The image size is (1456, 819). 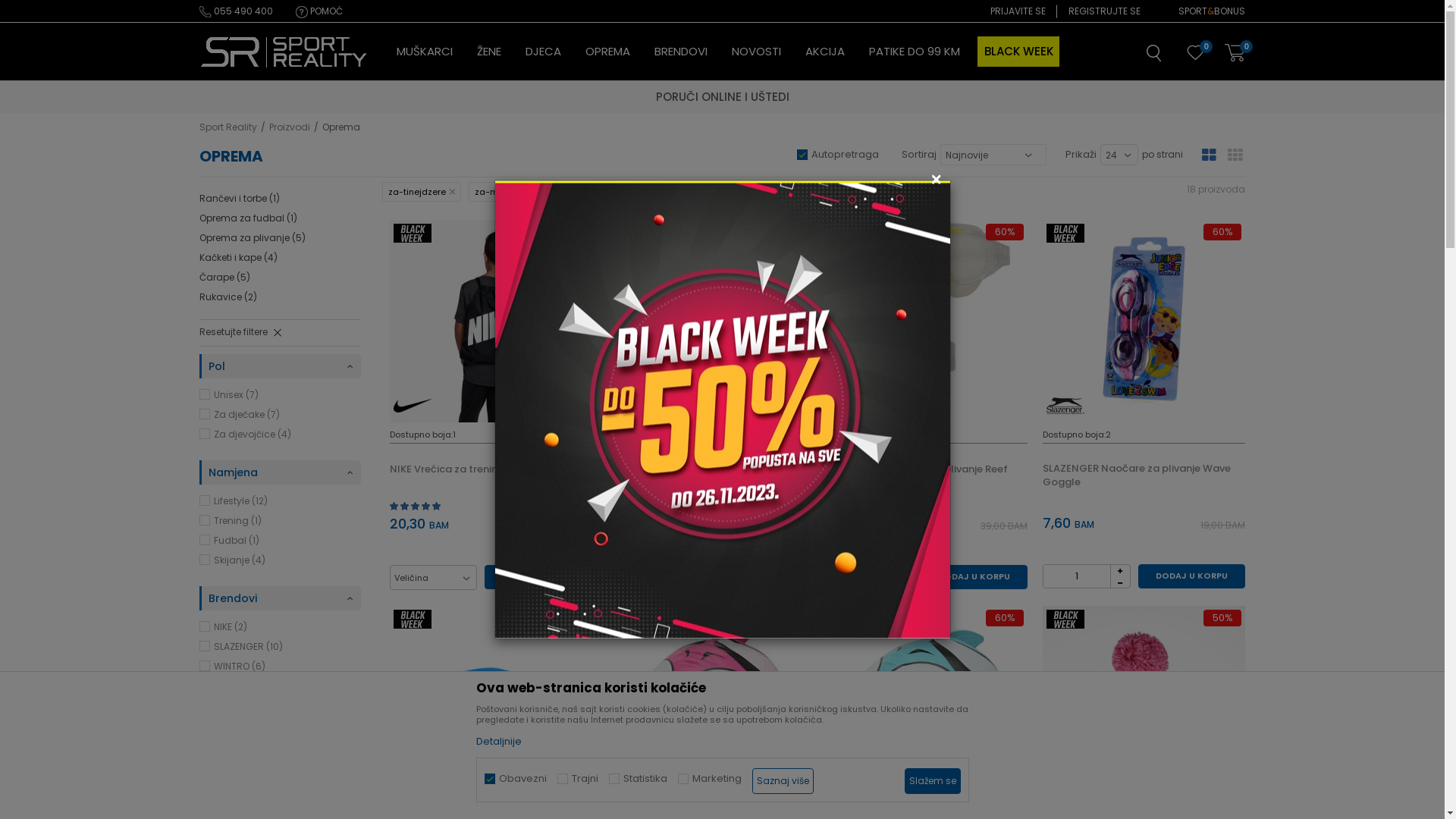 What do you see at coordinates (1234, 52) in the screenshot?
I see `'0'` at bounding box center [1234, 52].